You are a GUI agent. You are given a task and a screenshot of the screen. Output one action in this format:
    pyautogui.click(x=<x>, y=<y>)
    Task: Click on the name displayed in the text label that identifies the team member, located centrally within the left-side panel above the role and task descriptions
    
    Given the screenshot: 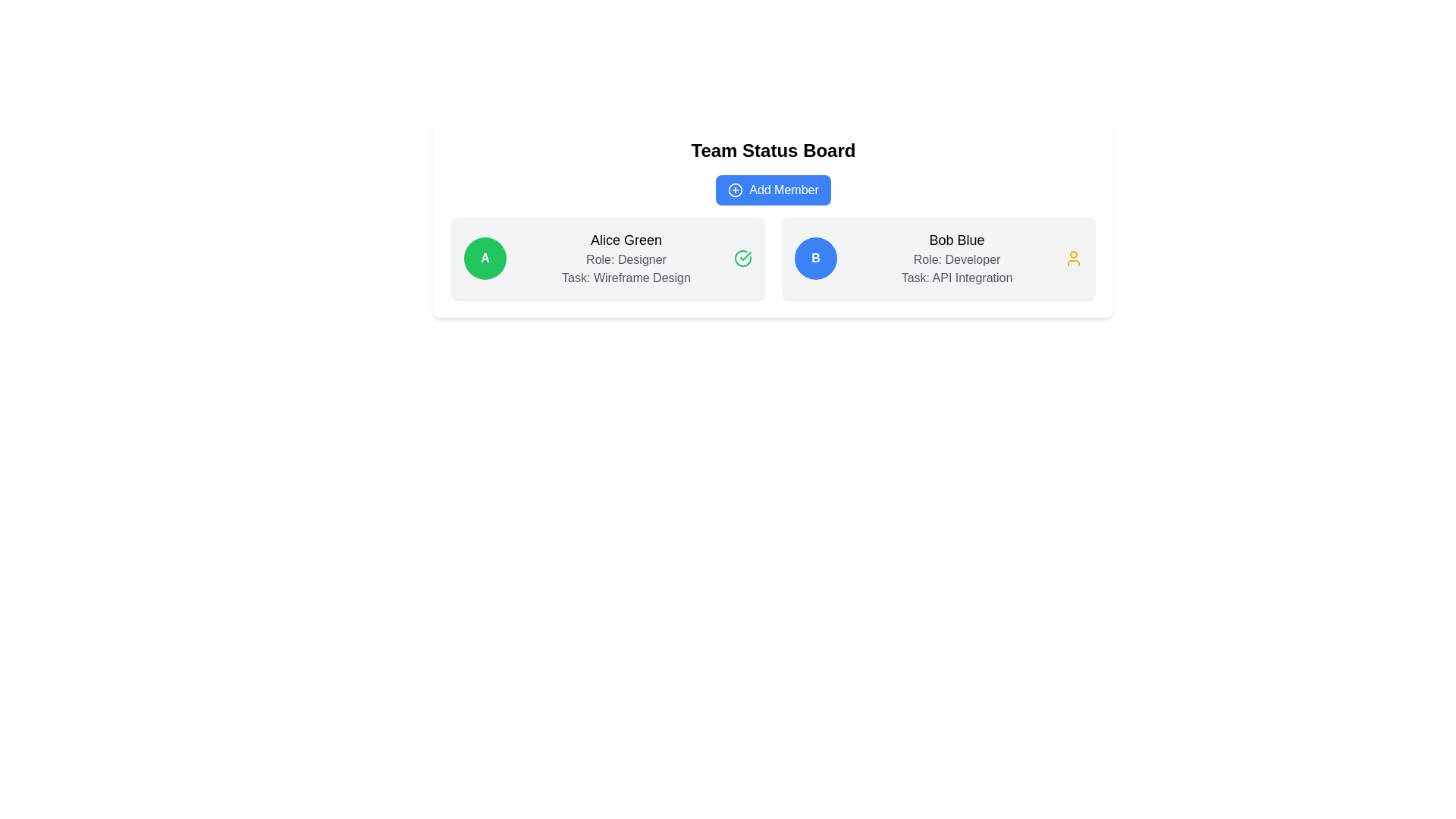 What is the action you would take?
    pyautogui.click(x=626, y=239)
    